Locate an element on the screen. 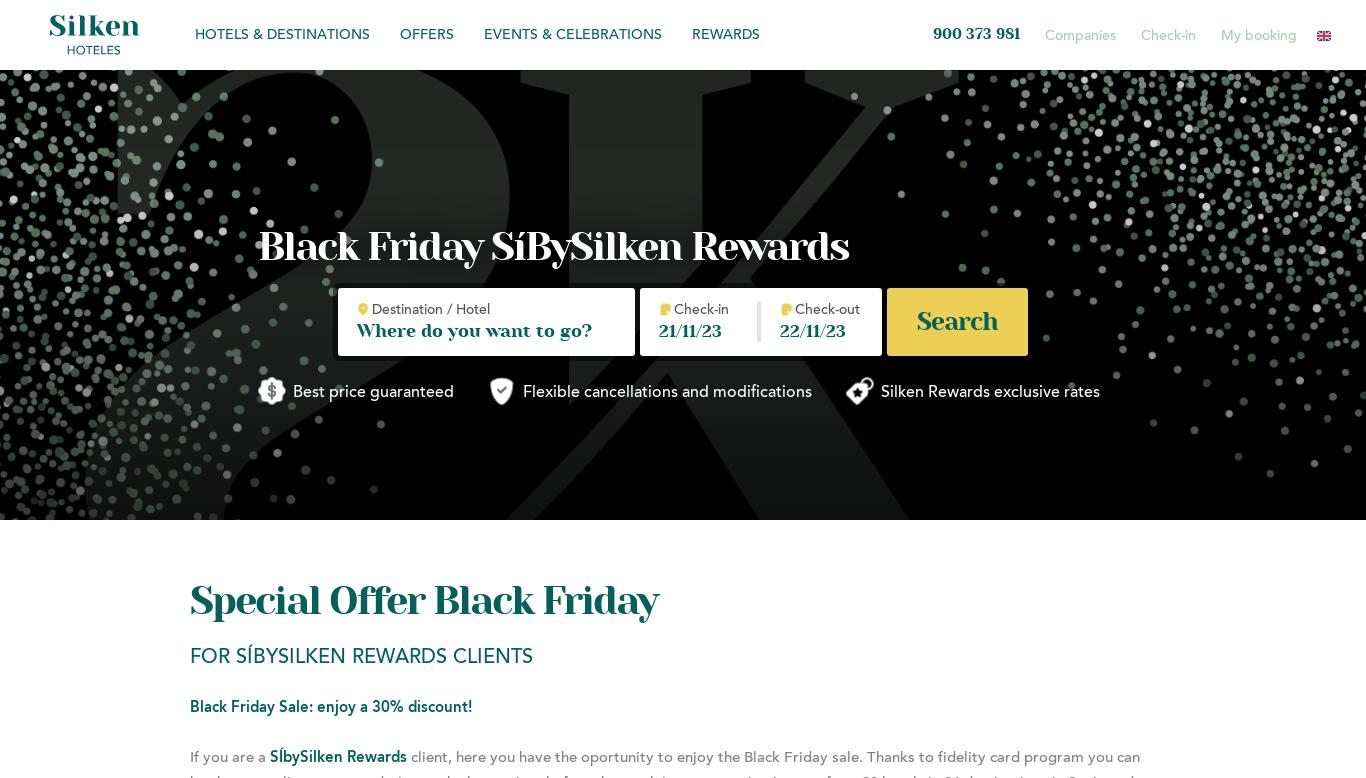 This screenshot has width=1366, height=778. 'Black Friday Sale: enjoy a 30% discount!' is located at coordinates (330, 708).